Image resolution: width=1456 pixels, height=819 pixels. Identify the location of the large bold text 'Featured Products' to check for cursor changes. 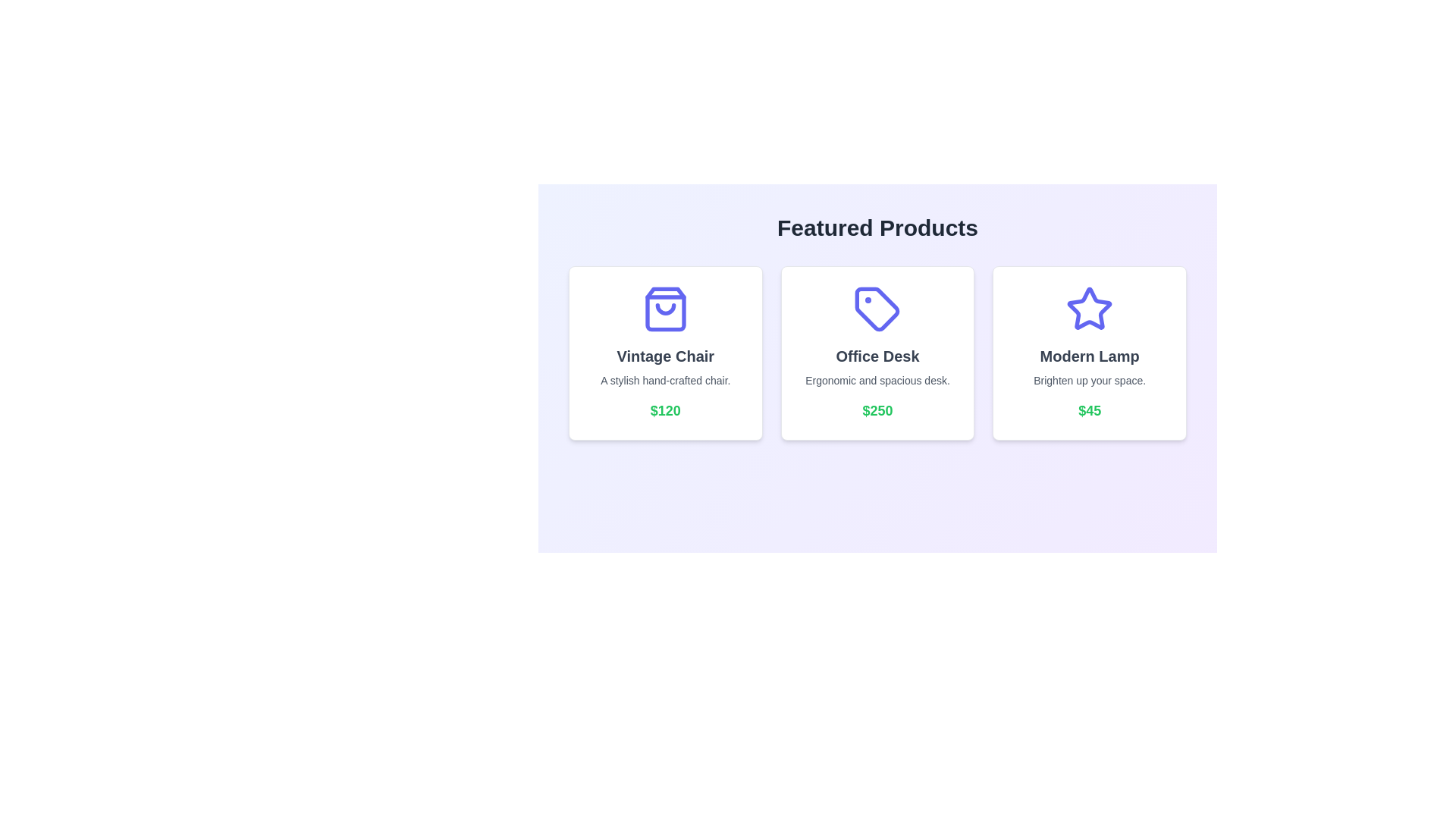
(877, 227).